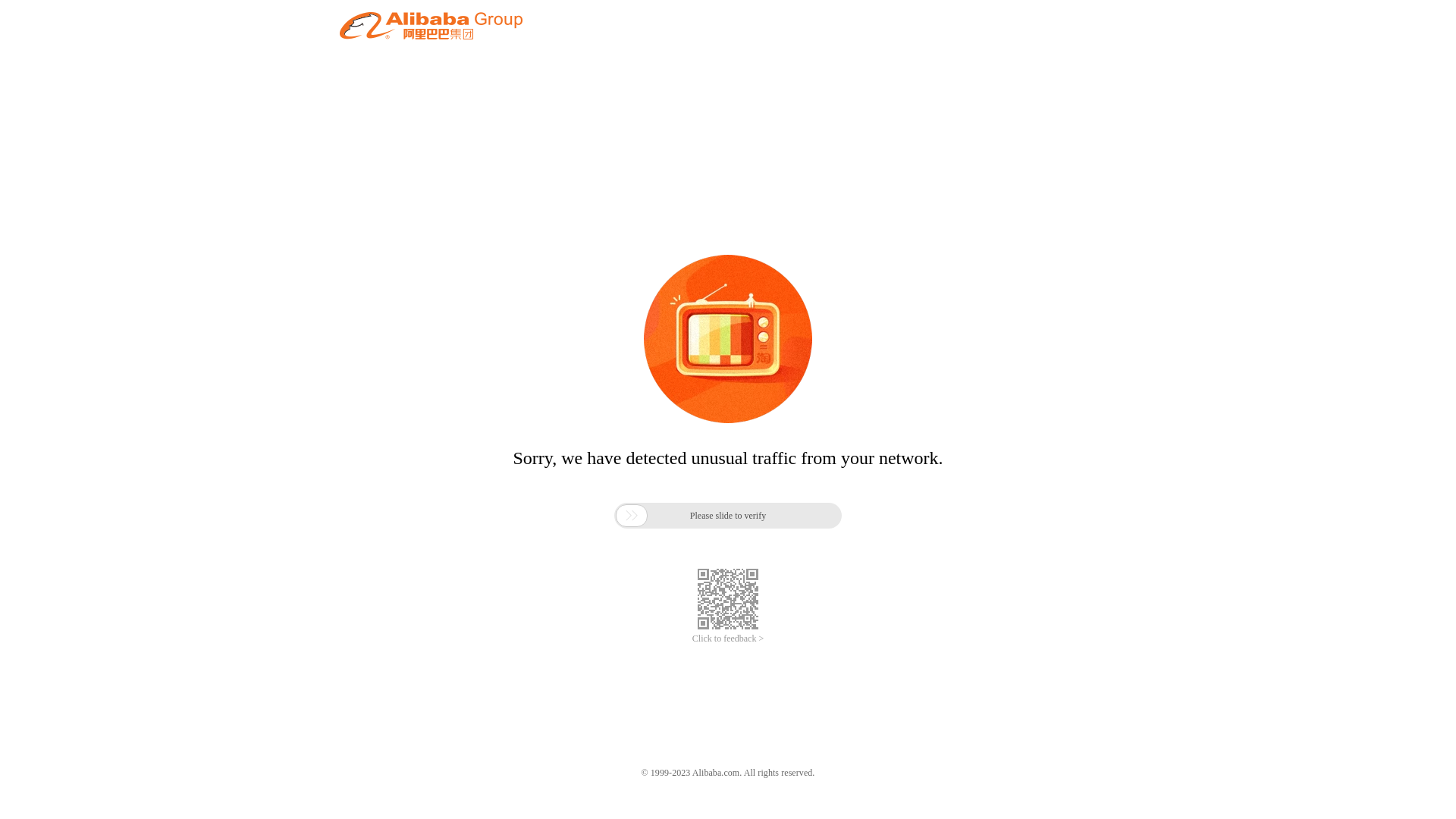 This screenshot has height=819, width=1456. What do you see at coordinates (691, 639) in the screenshot?
I see `'Click to feedback >'` at bounding box center [691, 639].